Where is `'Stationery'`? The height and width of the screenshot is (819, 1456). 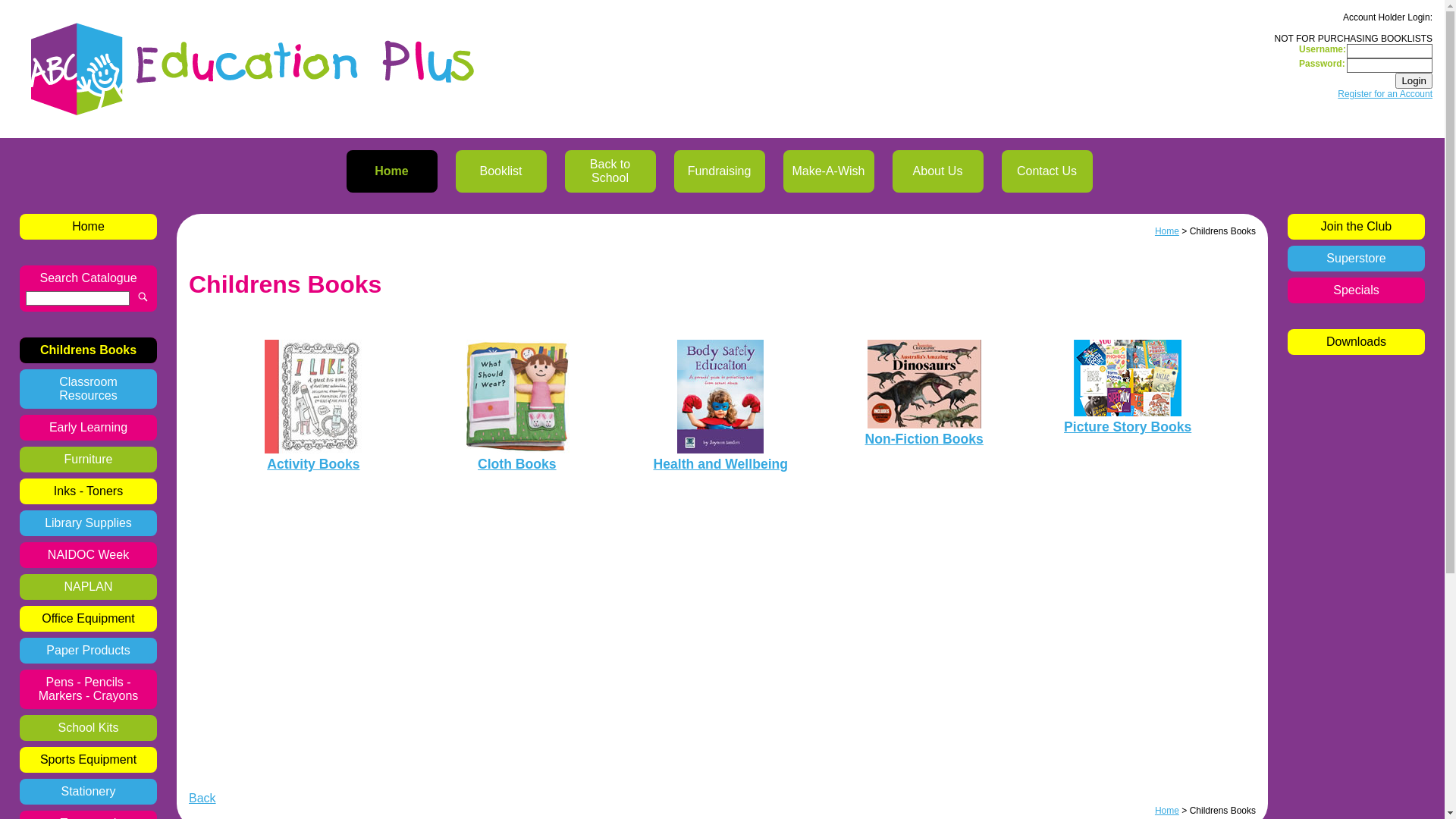 'Stationery' is located at coordinates (87, 791).